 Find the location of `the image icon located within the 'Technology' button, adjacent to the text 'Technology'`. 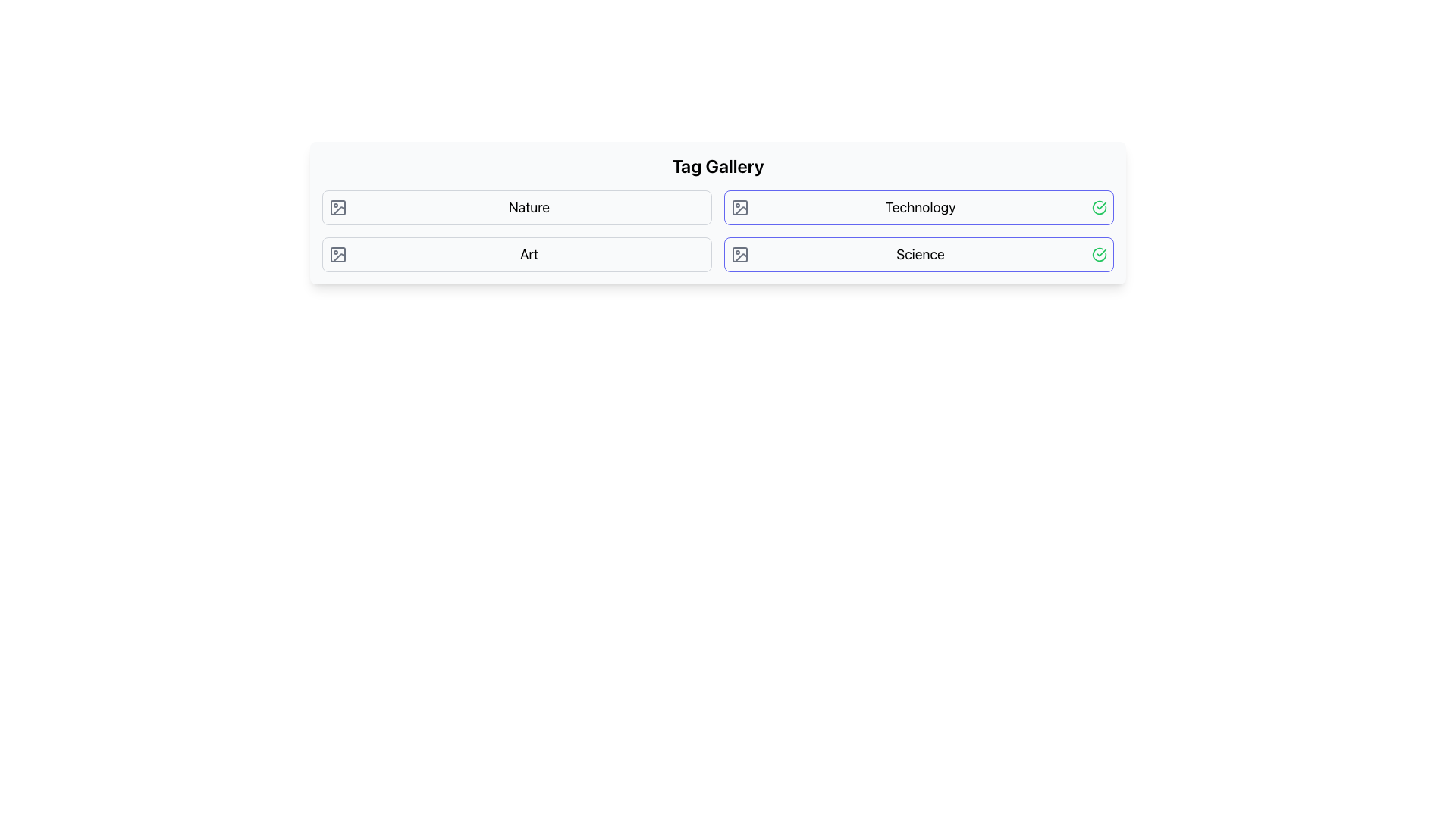

the image icon located within the 'Technology' button, adjacent to the text 'Technology' is located at coordinates (739, 207).